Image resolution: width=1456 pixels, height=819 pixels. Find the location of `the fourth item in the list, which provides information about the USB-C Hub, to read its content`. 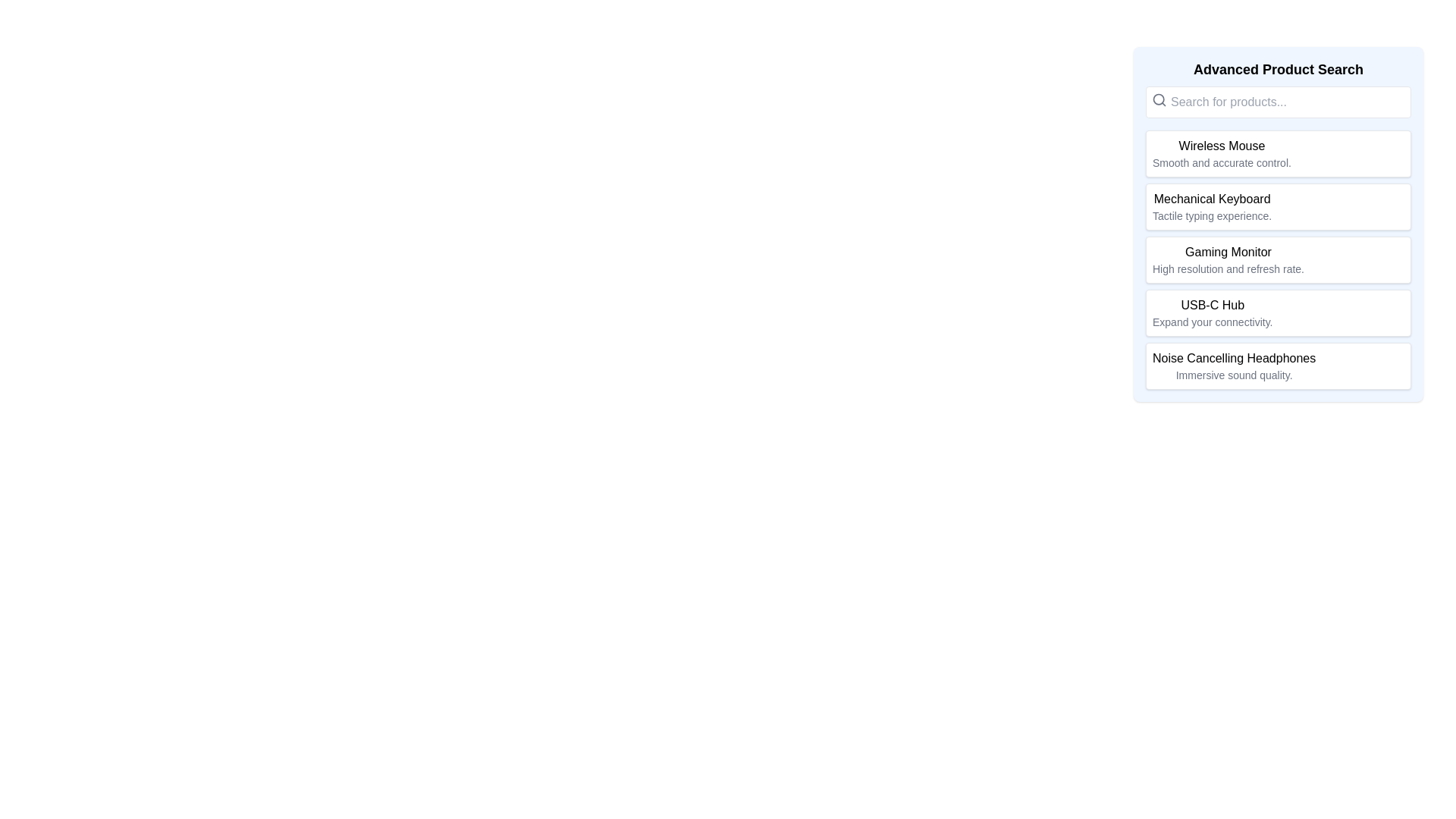

the fourth item in the list, which provides information about the USB-C Hub, to read its content is located at coordinates (1212, 312).